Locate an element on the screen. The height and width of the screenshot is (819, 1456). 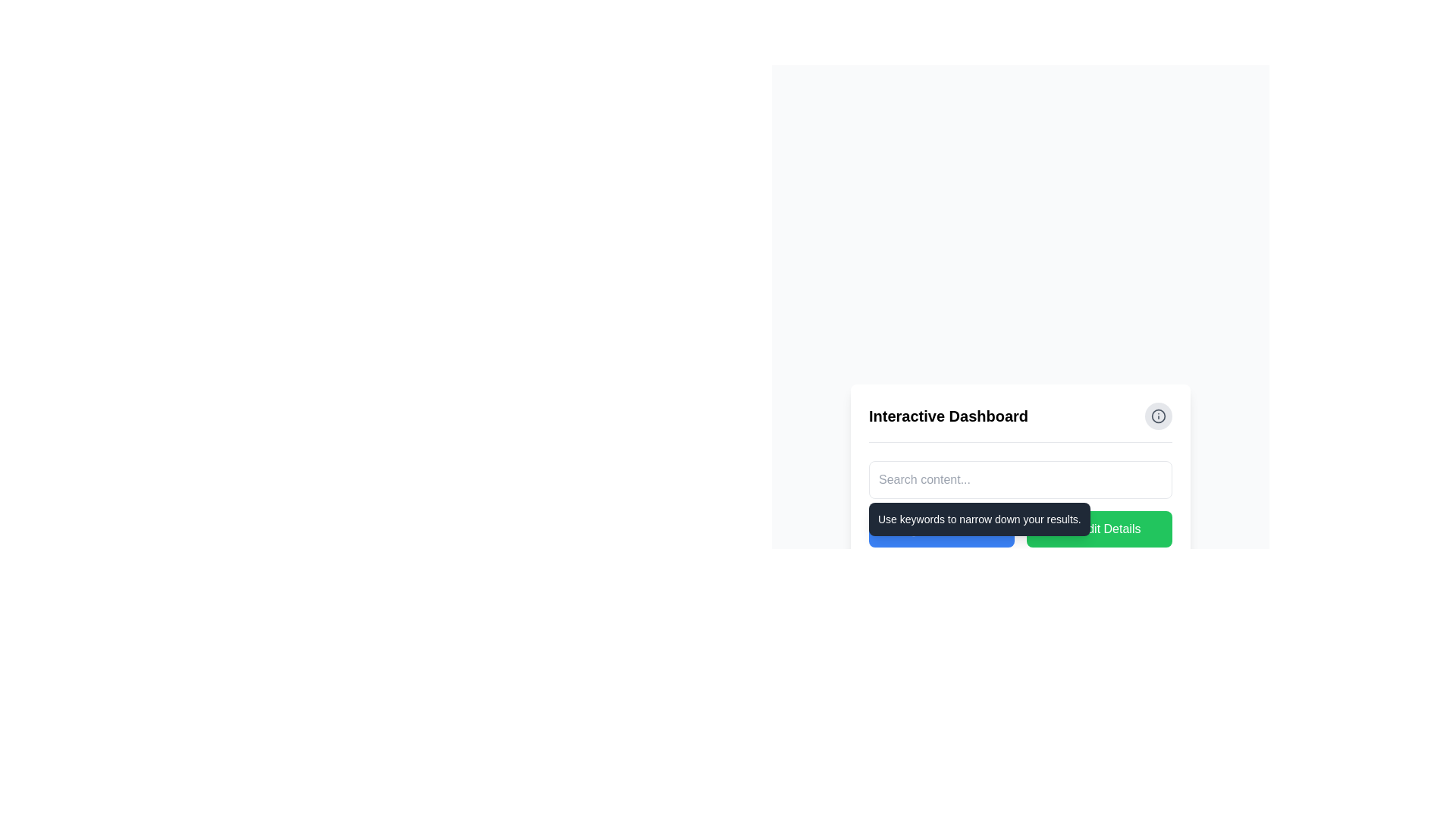
the tooltip that provides guidance on the search functionality, located above the 'Add Data' button is located at coordinates (1020, 528).